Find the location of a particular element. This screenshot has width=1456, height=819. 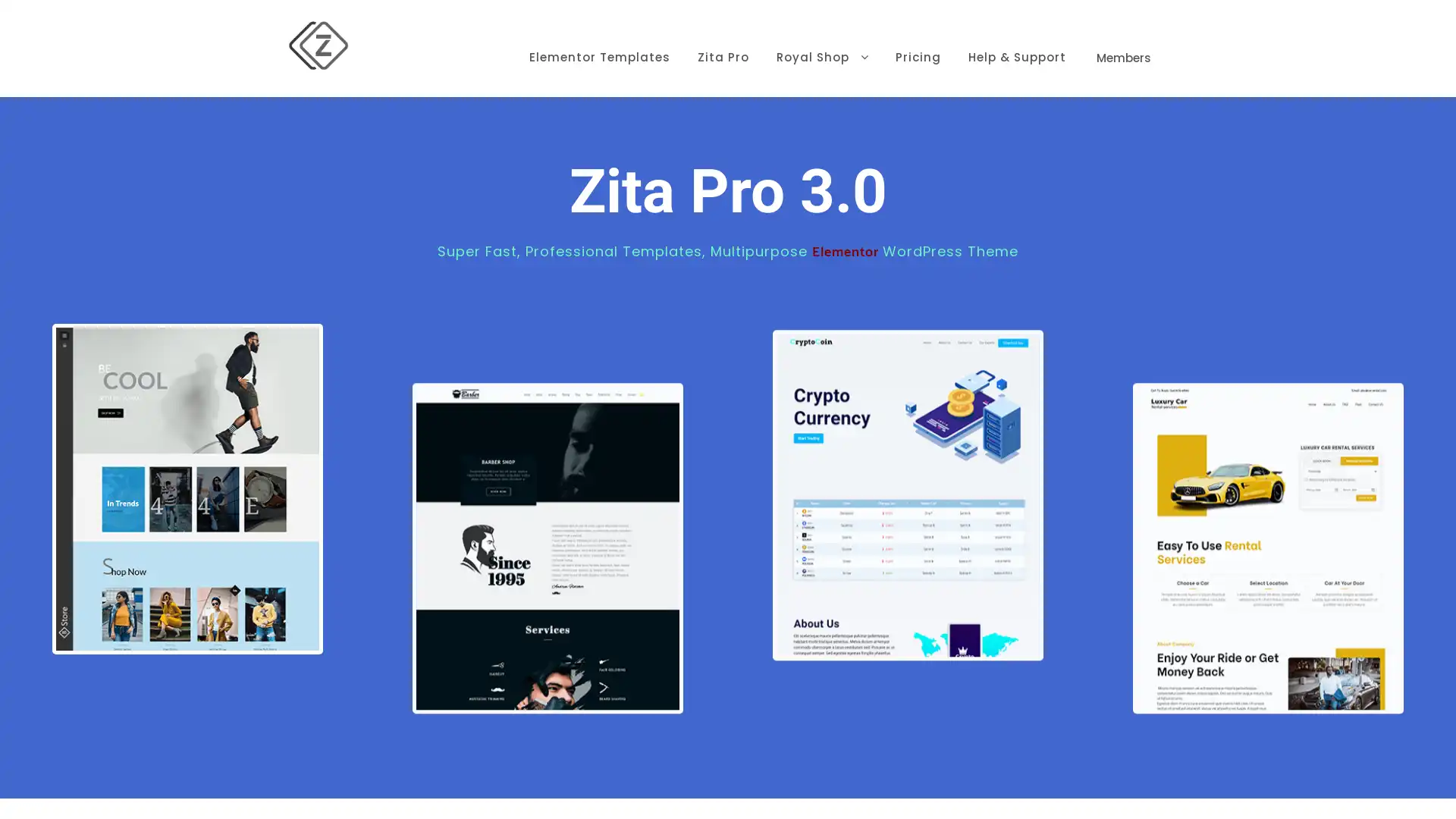

Members is located at coordinates (1124, 34).